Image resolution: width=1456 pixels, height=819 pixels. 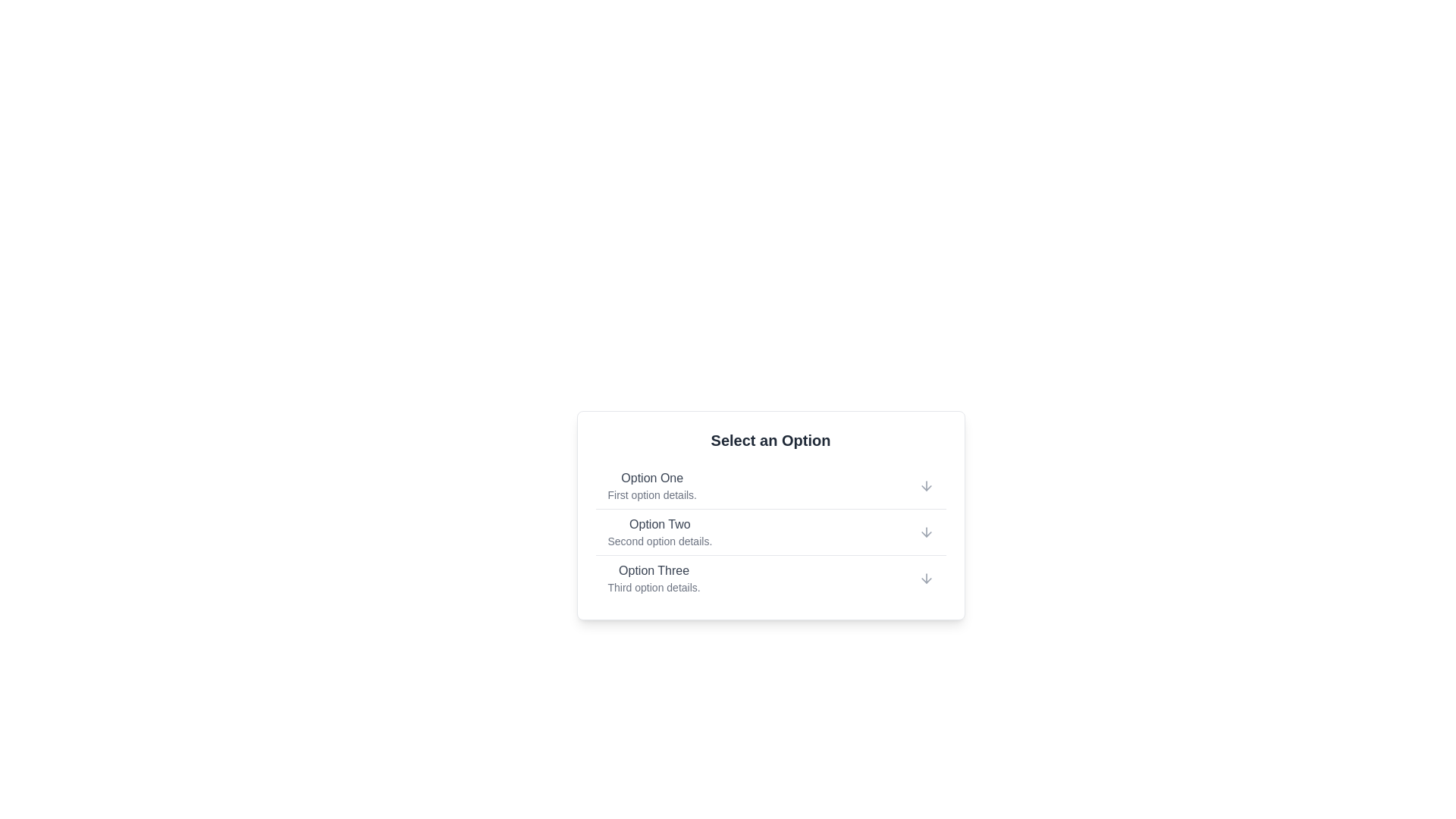 I want to click on the gray downwards arrow icon located to the right of the text 'Option Three' and 'Third option details' in the third row of the list, so click(x=925, y=579).